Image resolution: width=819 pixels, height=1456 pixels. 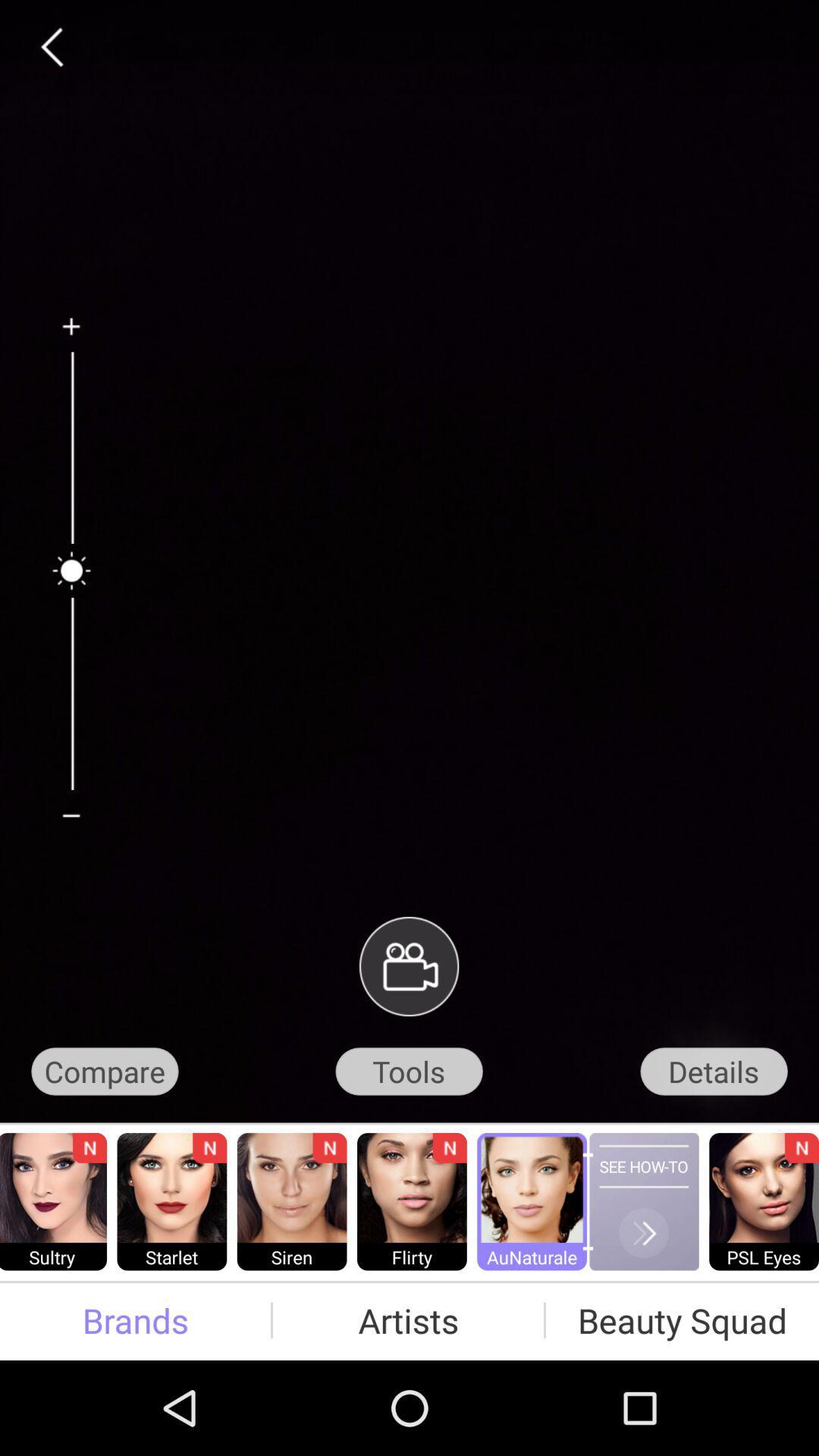 What do you see at coordinates (408, 1034) in the screenshot?
I see `the videocam icon` at bounding box center [408, 1034].